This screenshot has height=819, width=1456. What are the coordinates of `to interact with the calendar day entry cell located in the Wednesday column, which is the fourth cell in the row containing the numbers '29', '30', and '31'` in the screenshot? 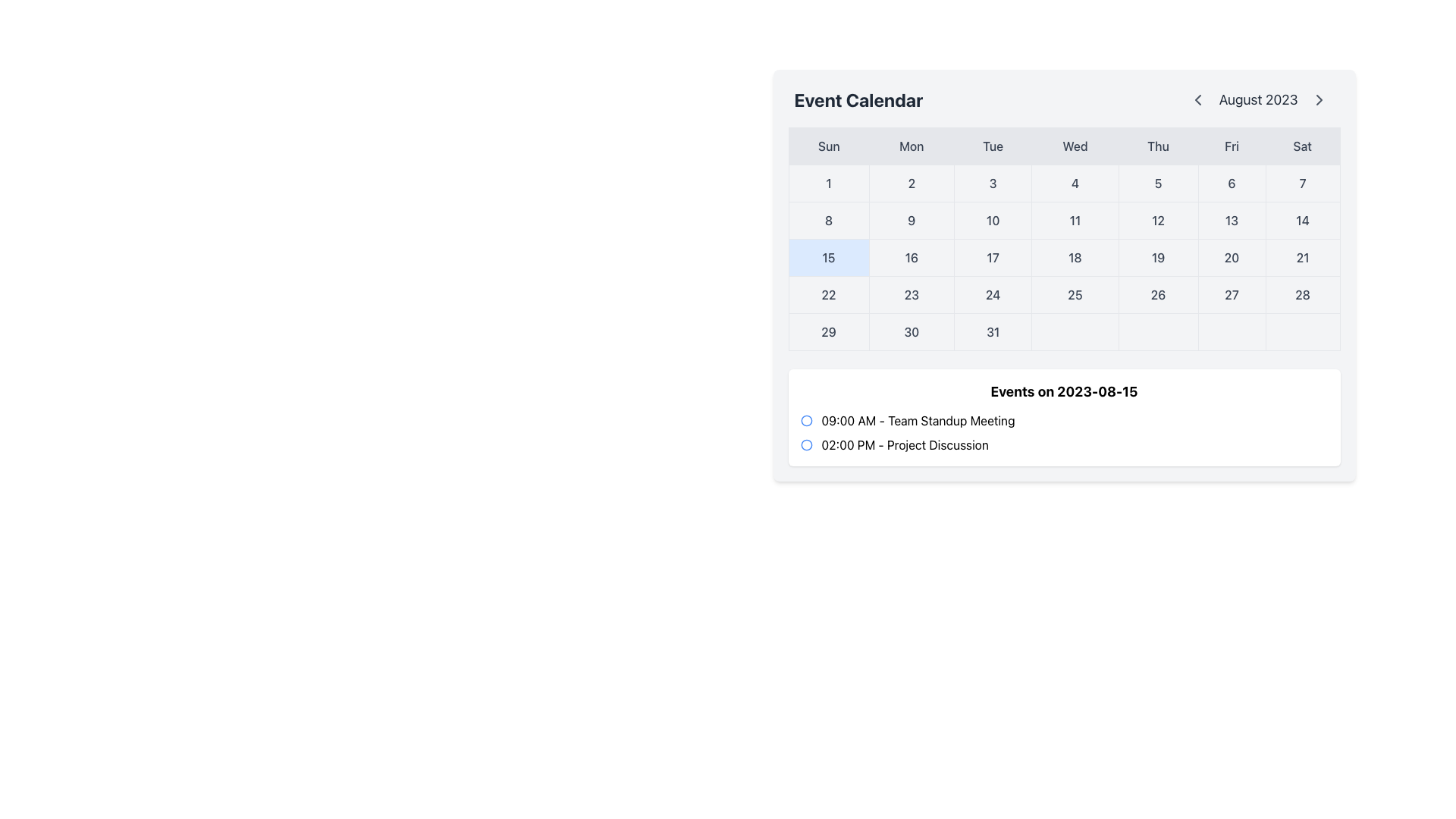 It's located at (1074, 331).